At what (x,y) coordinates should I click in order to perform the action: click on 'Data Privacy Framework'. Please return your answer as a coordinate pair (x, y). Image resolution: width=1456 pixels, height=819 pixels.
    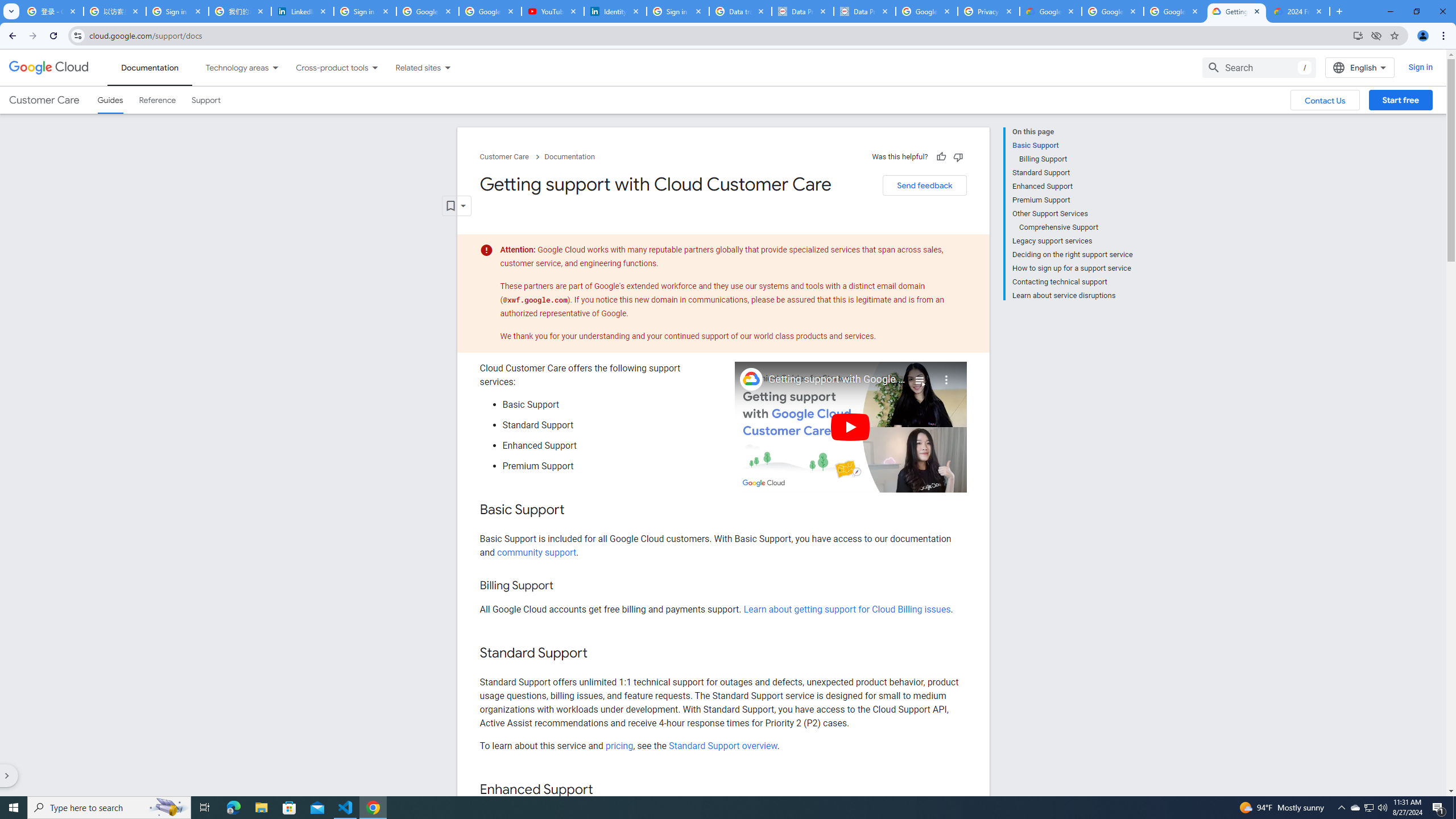
    Looking at the image, I should click on (864, 11).